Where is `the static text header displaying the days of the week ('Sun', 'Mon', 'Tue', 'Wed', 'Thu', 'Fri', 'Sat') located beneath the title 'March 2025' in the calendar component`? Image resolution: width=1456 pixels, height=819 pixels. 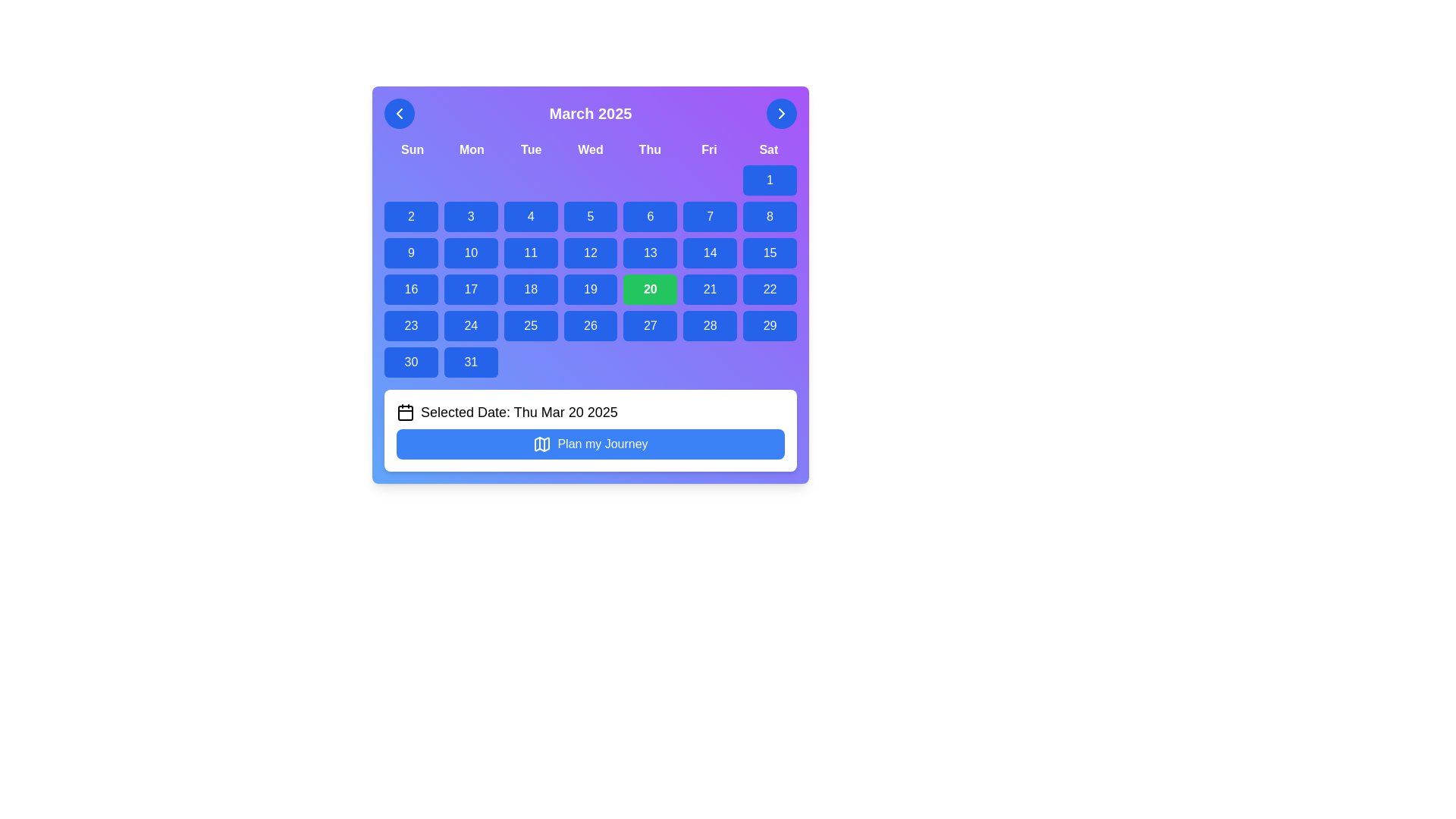
the static text header displaying the days of the week ('Sun', 'Mon', 'Tue', 'Wed', 'Thu', 'Fri', 'Sat') located beneath the title 'March 2025' in the calendar component is located at coordinates (589, 149).